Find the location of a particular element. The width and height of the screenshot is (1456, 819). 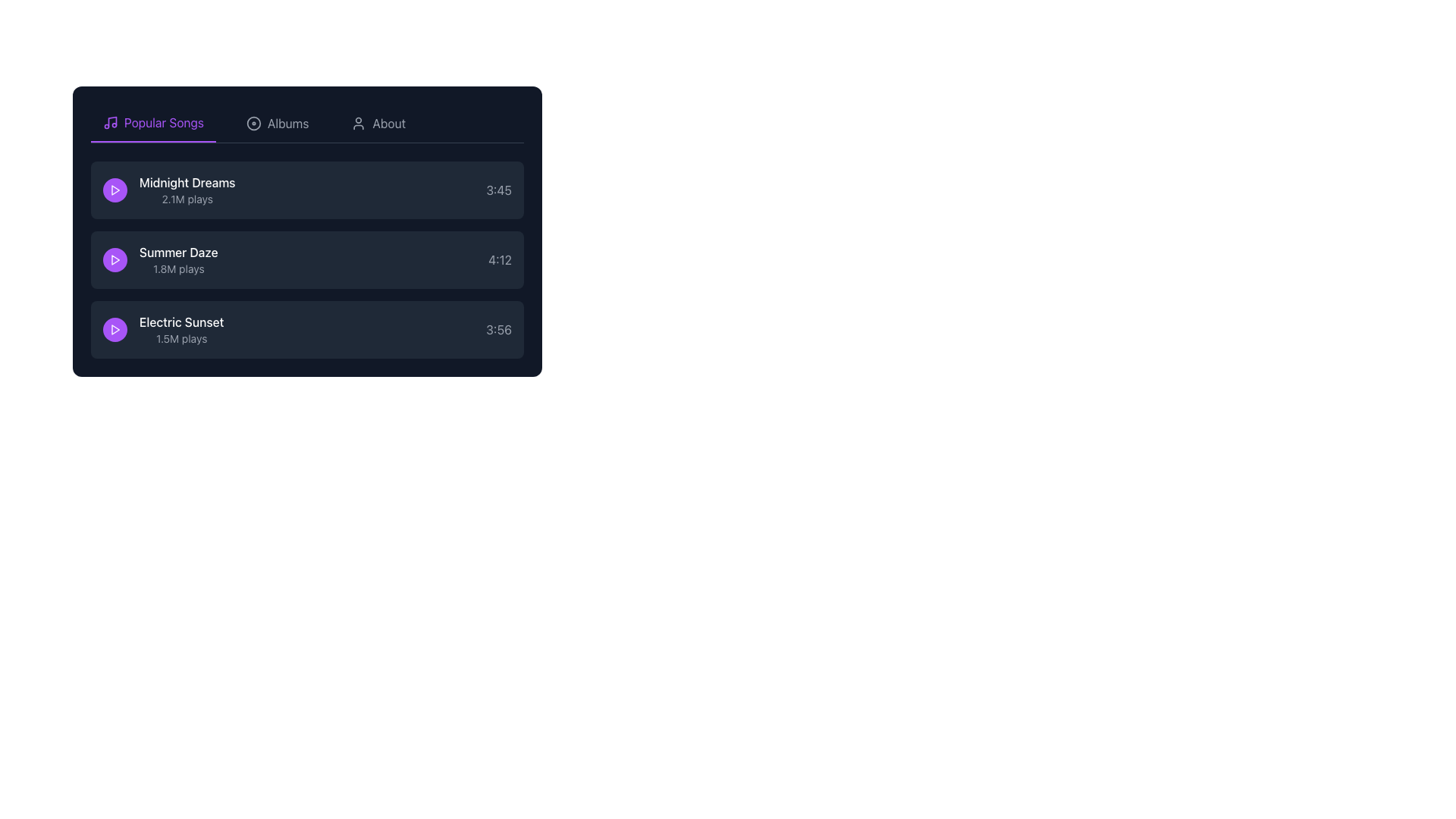

the 'Popular Songs' interactive navigation tab, which features a bold purple label and a matching music note icon is located at coordinates (153, 122).